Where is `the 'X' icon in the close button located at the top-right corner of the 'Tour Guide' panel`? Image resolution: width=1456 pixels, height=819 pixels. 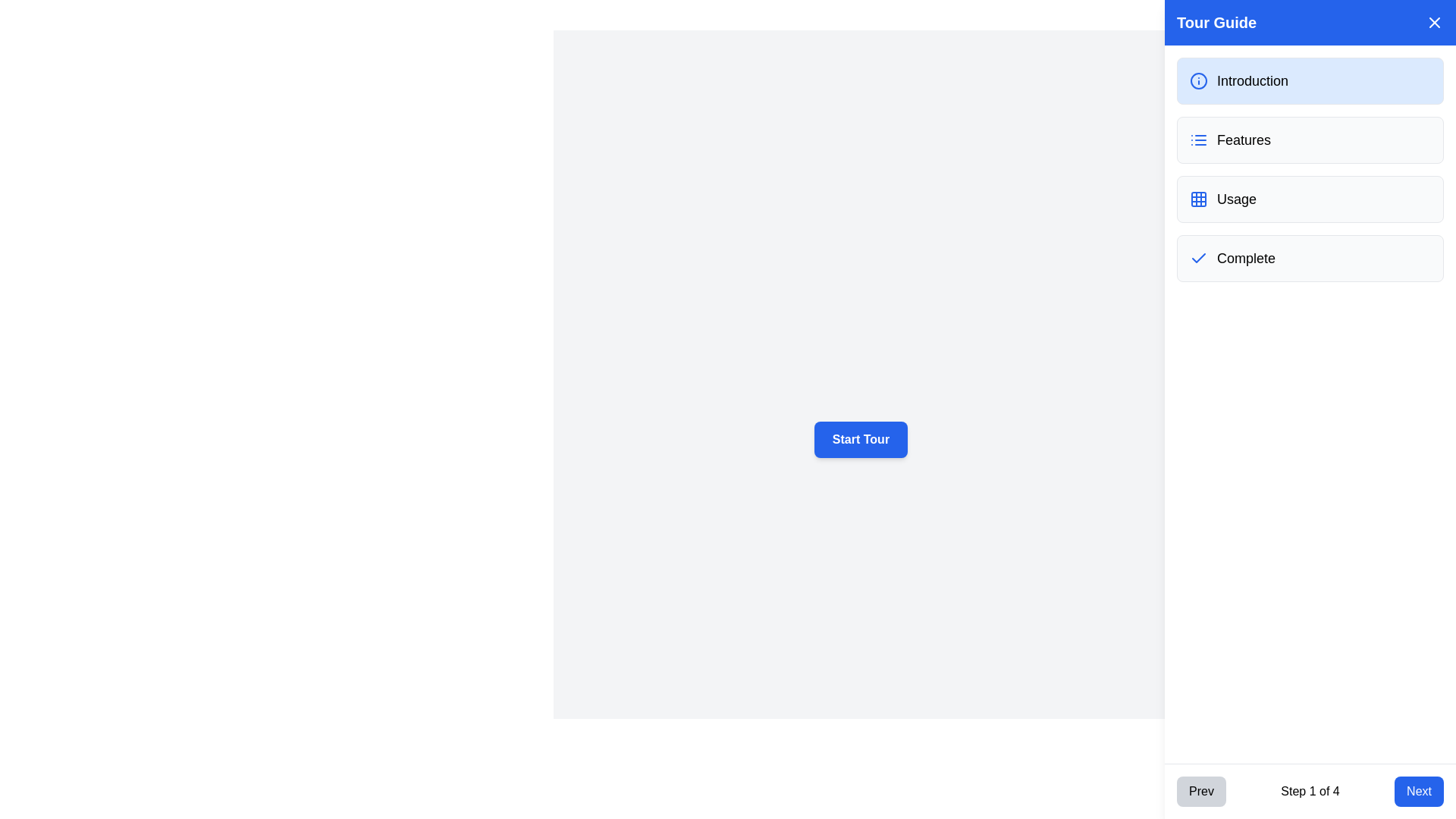 the 'X' icon in the close button located at the top-right corner of the 'Tour Guide' panel is located at coordinates (1433, 23).